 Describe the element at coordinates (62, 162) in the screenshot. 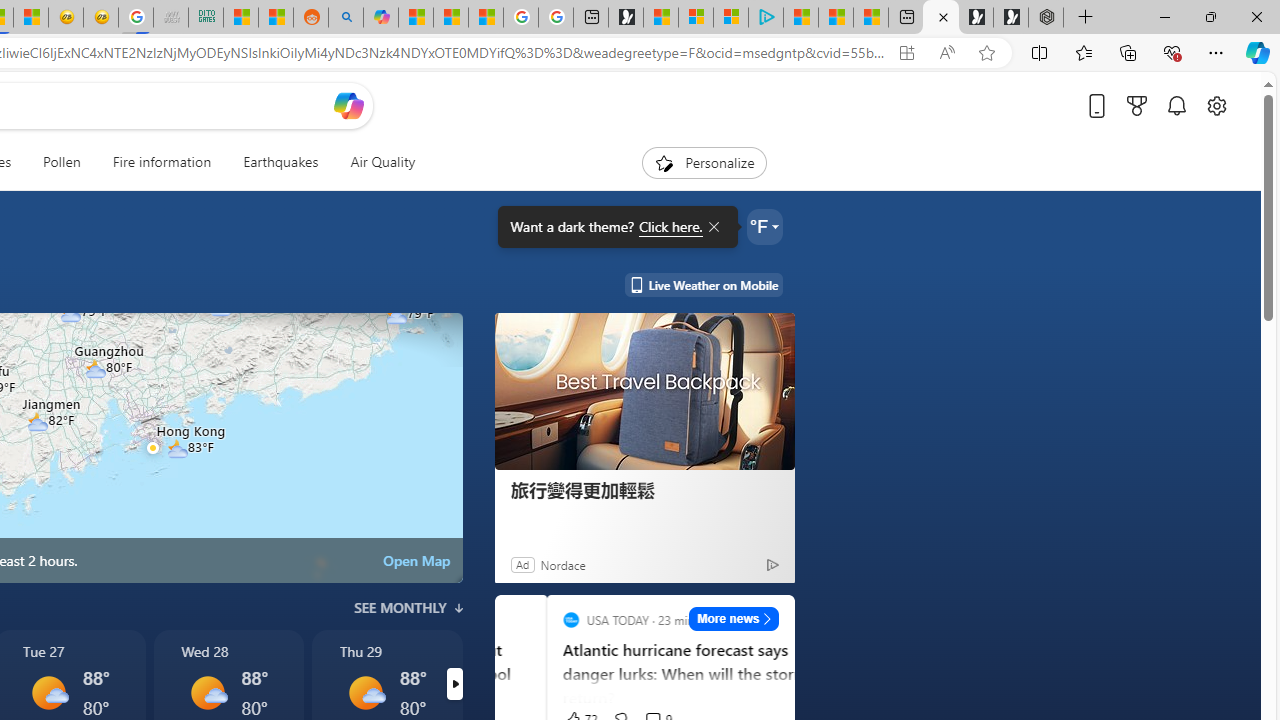

I see `'Pollen'` at that location.